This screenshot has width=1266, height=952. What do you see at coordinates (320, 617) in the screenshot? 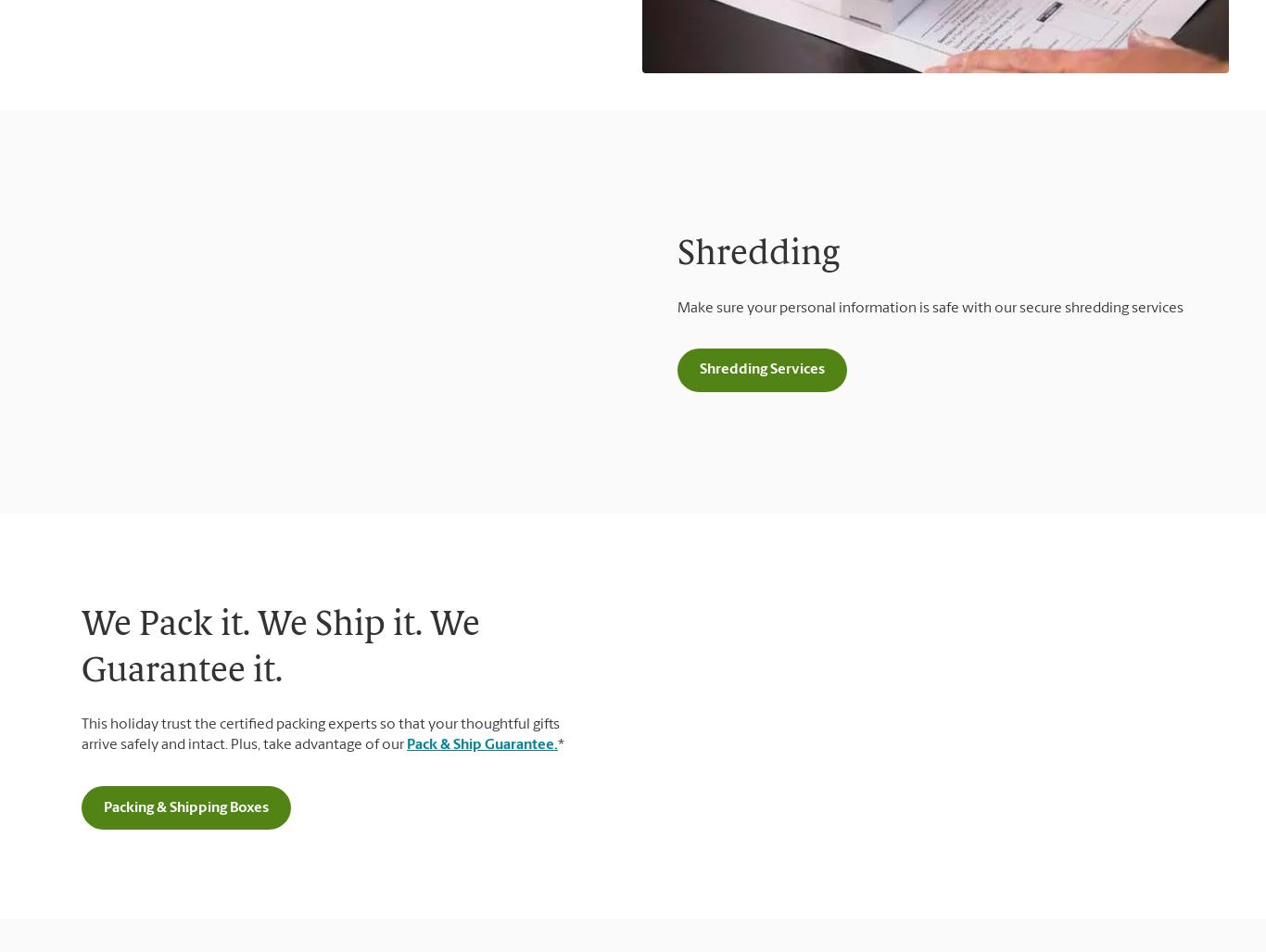
I see `'6615 W Boynton Beach Blvd'` at bounding box center [320, 617].